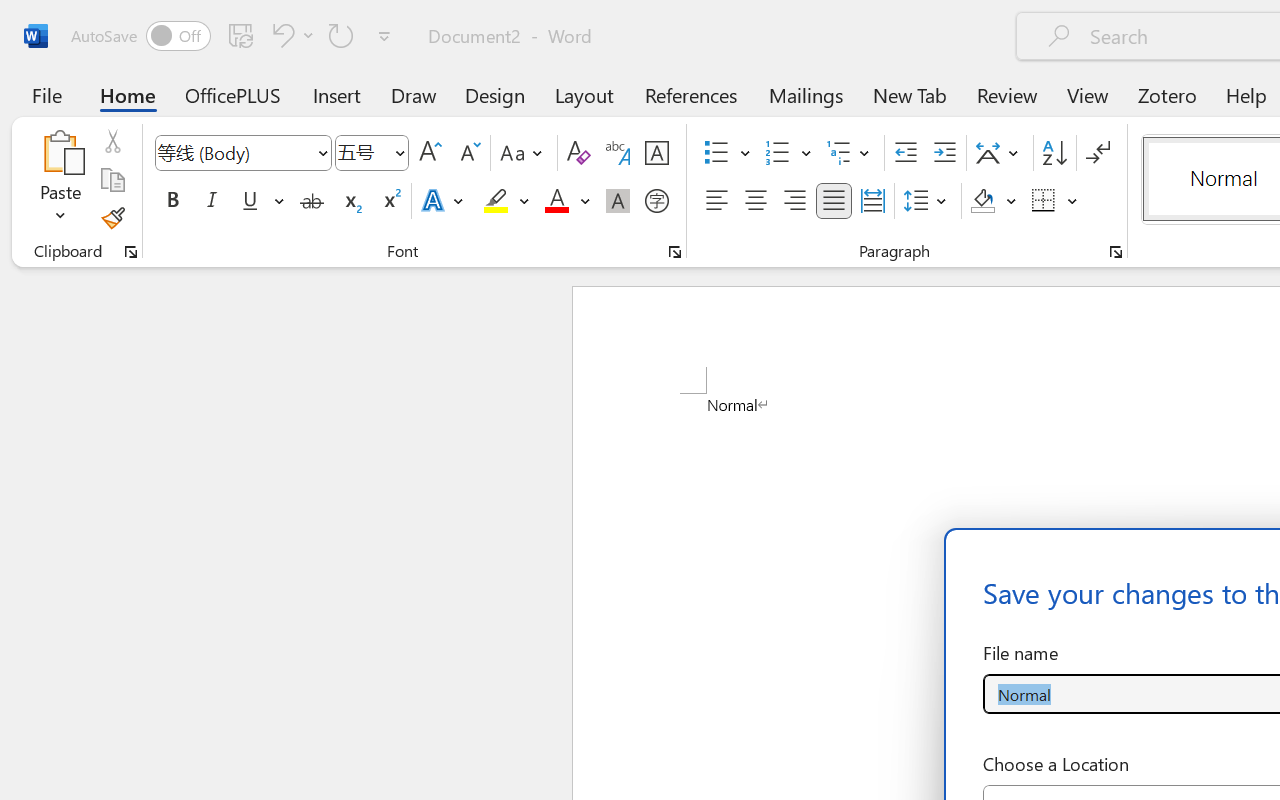 Image resolution: width=1280 pixels, height=800 pixels. What do you see at coordinates (1087, 94) in the screenshot?
I see `'View'` at bounding box center [1087, 94].